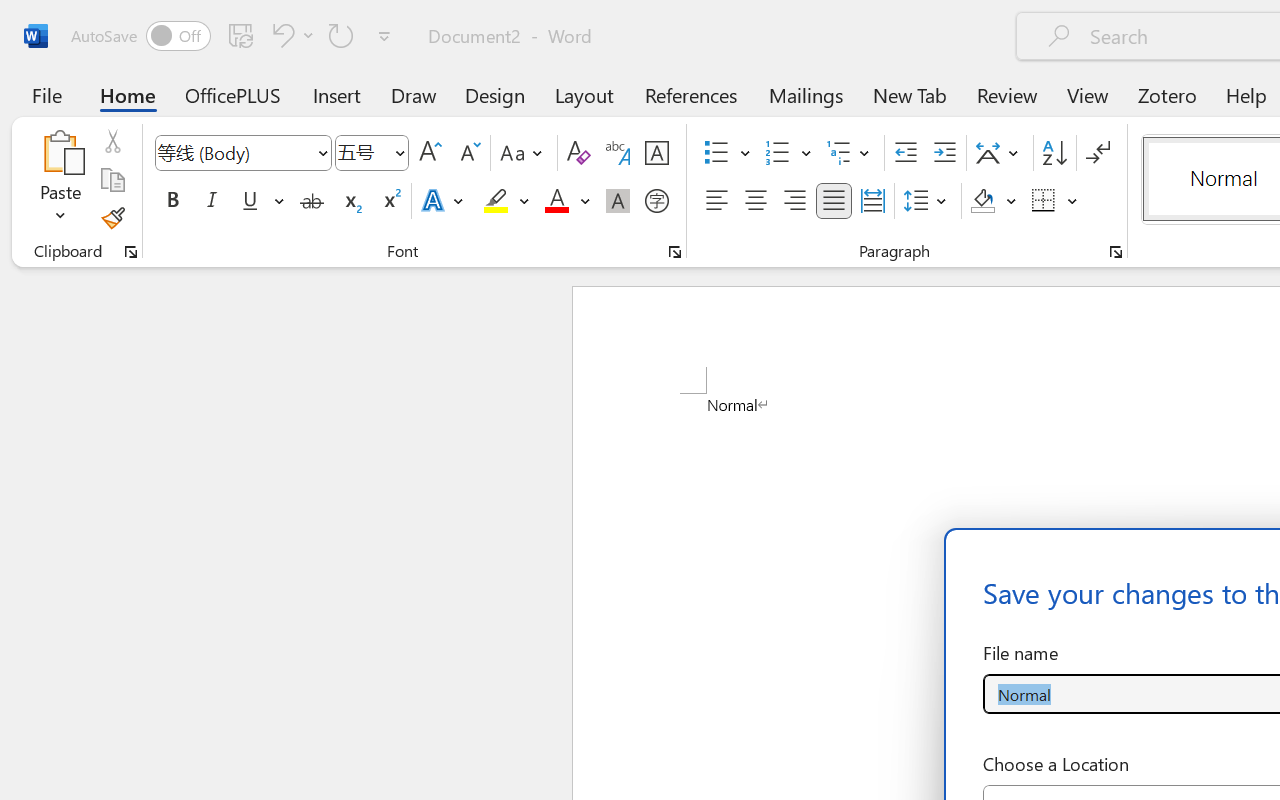 Image resolution: width=1280 pixels, height=800 pixels. What do you see at coordinates (1087, 94) in the screenshot?
I see `'View'` at bounding box center [1087, 94].